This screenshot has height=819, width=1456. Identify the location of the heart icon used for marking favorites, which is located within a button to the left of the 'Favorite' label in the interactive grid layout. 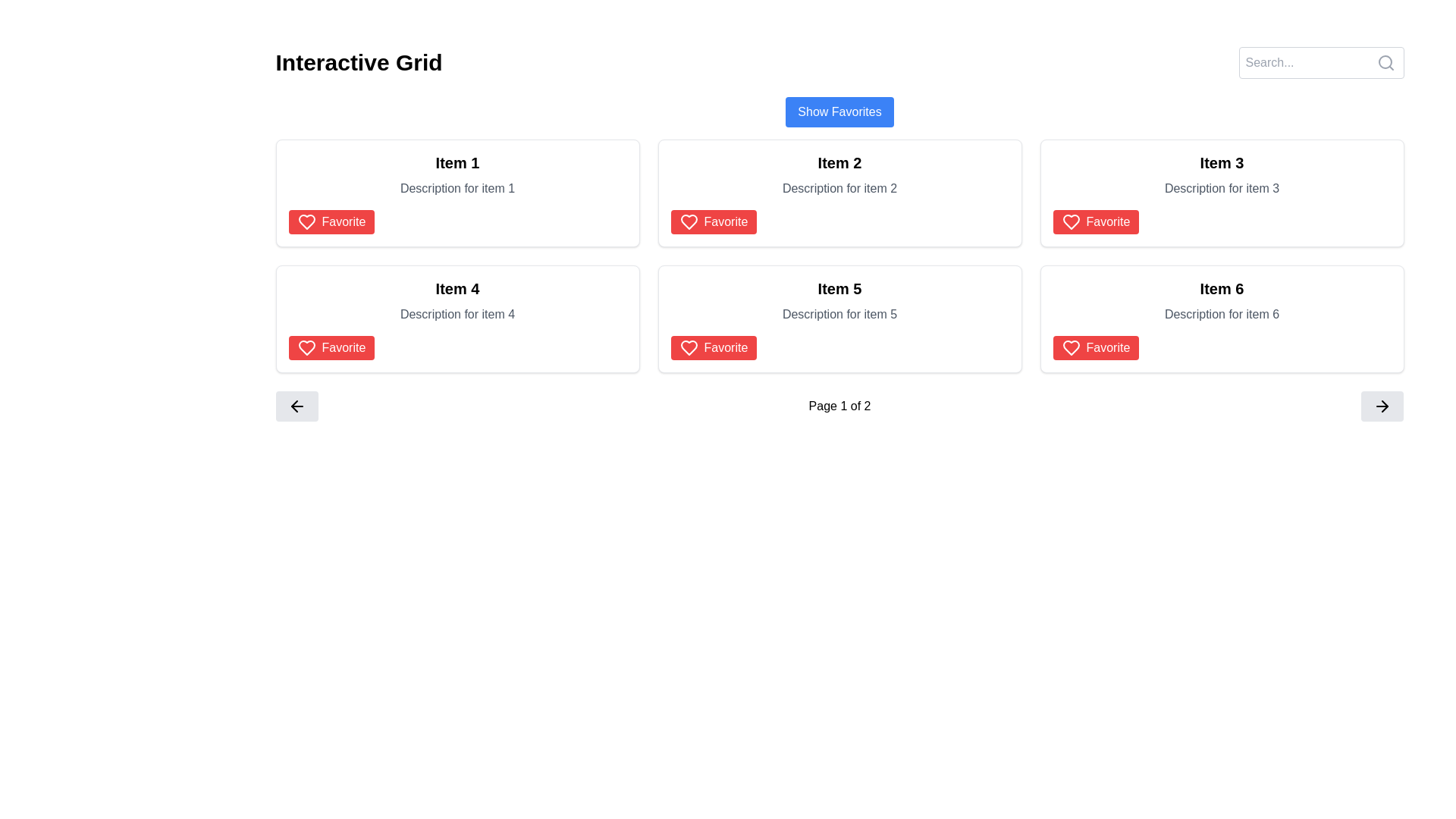
(1070, 222).